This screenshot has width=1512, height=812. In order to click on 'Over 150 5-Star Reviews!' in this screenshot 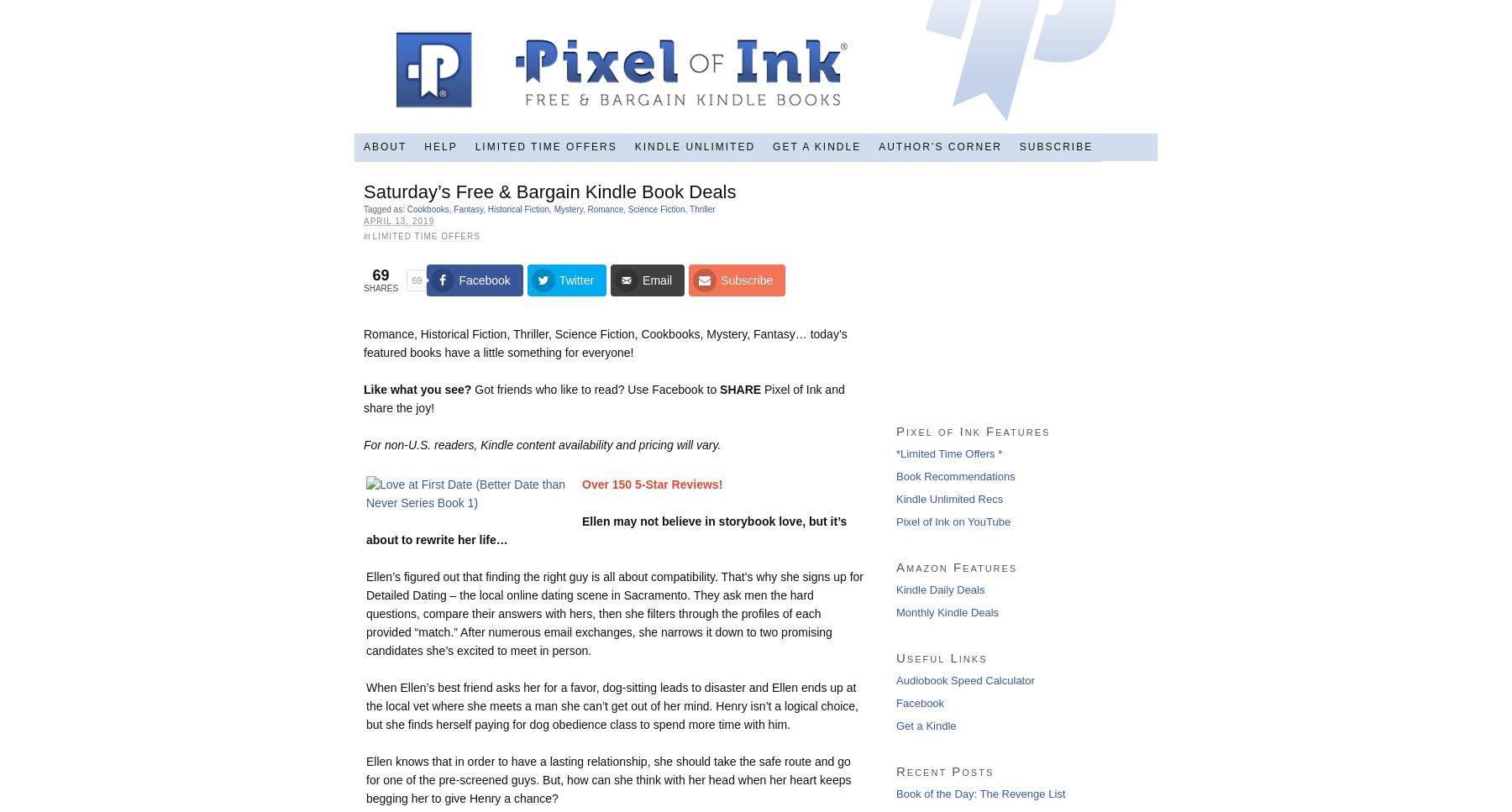, I will do `click(651, 483)`.